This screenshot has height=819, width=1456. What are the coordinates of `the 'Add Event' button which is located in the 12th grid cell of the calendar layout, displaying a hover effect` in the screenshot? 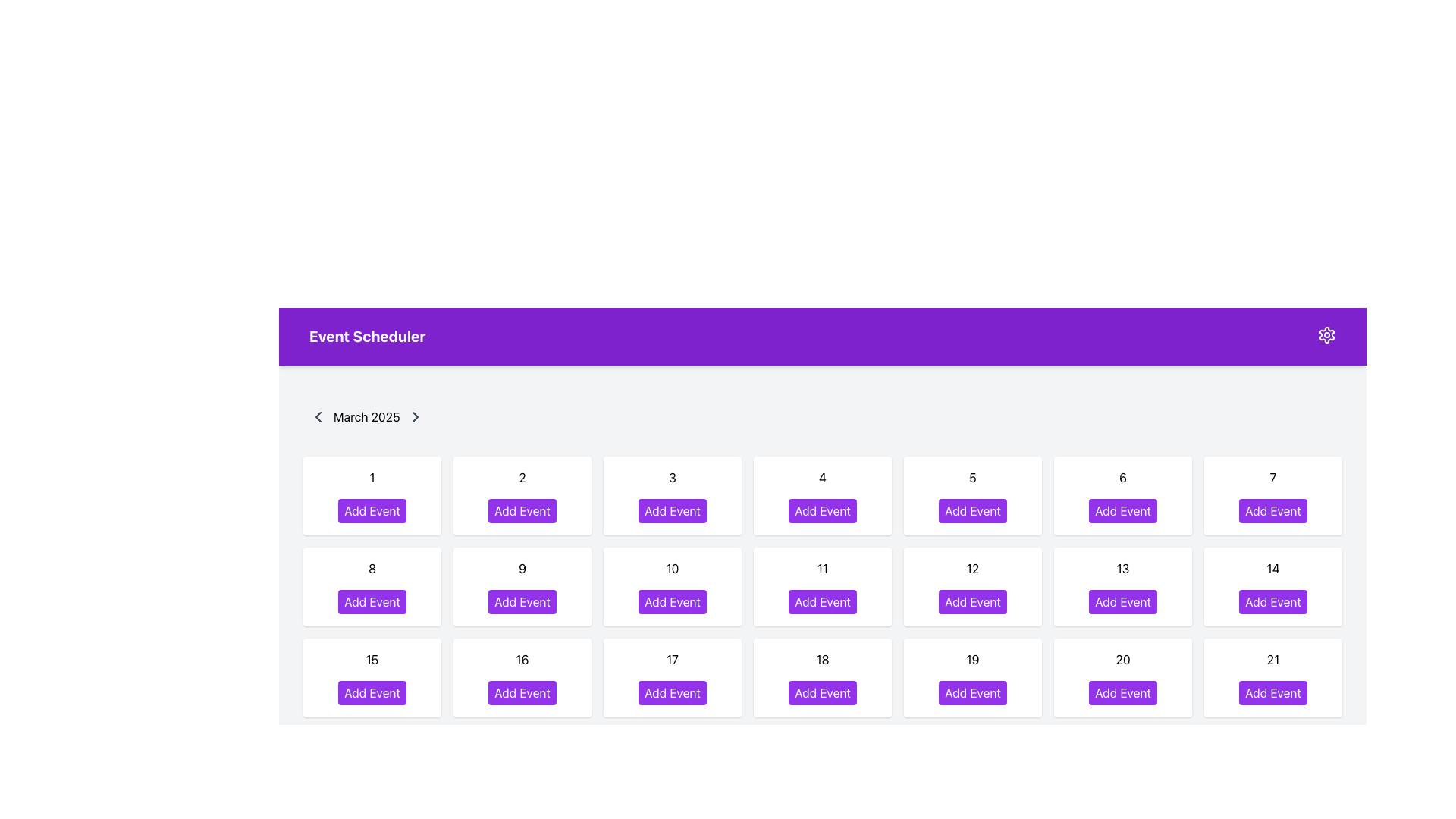 It's located at (972, 601).